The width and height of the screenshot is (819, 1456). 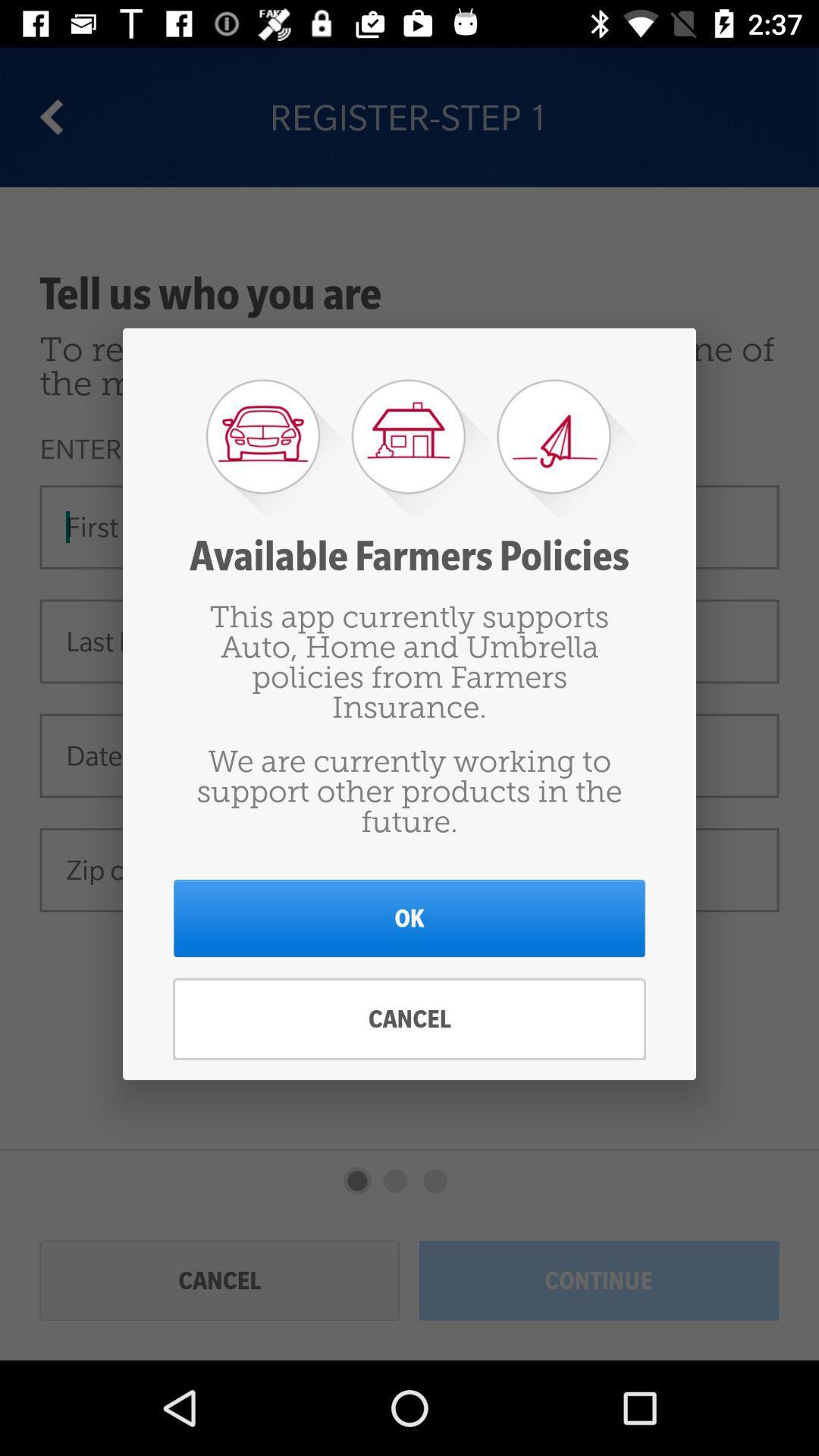 What do you see at coordinates (409, 1019) in the screenshot?
I see `cancel icon` at bounding box center [409, 1019].